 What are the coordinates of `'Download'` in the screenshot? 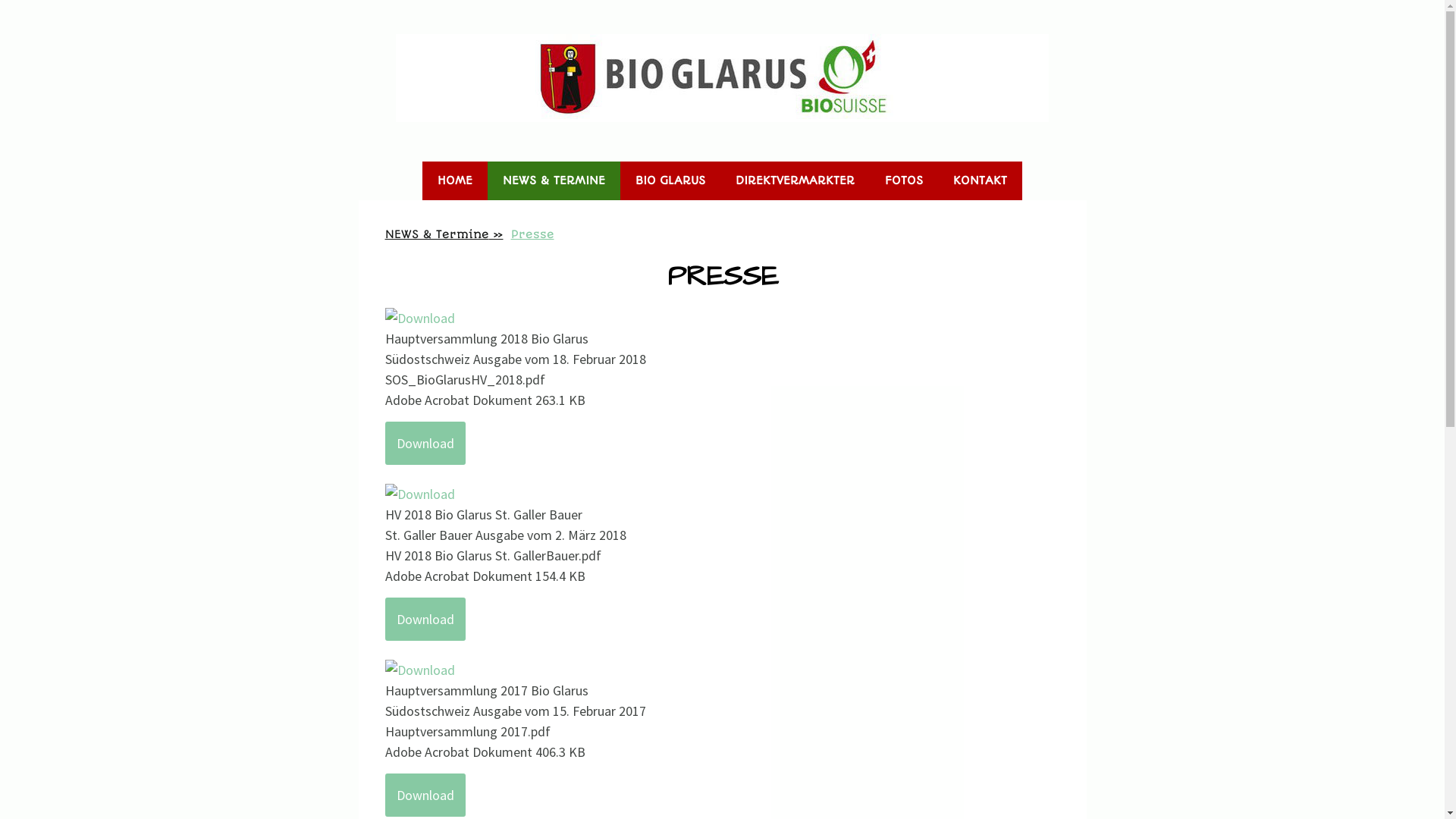 It's located at (385, 443).